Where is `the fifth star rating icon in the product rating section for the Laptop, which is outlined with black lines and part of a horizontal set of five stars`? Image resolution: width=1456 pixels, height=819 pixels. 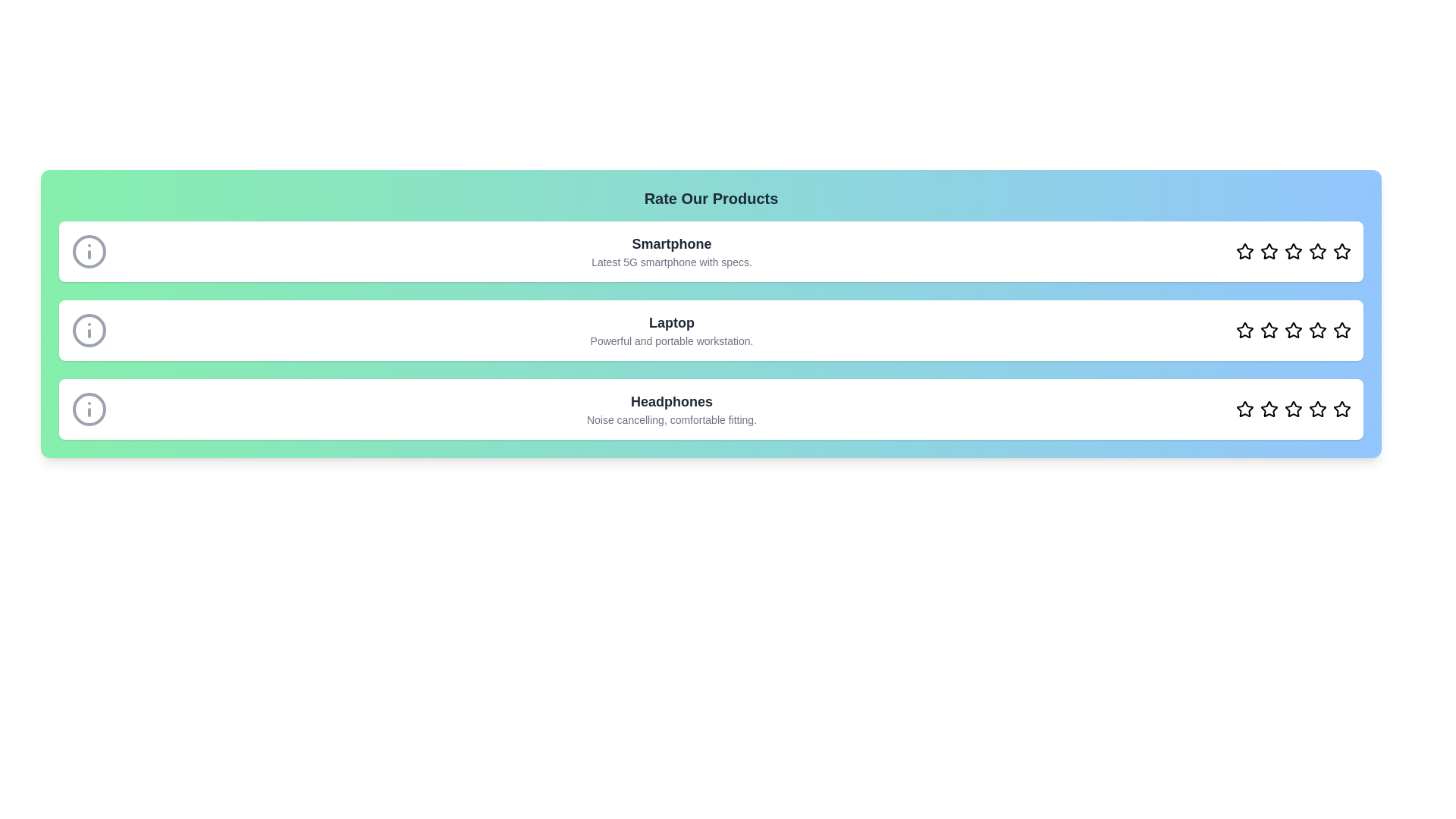
the fifth star rating icon in the product rating section for the Laptop, which is outlined with black lines and part of a horizontal set of five stars is located at coordinates (1342, 329).